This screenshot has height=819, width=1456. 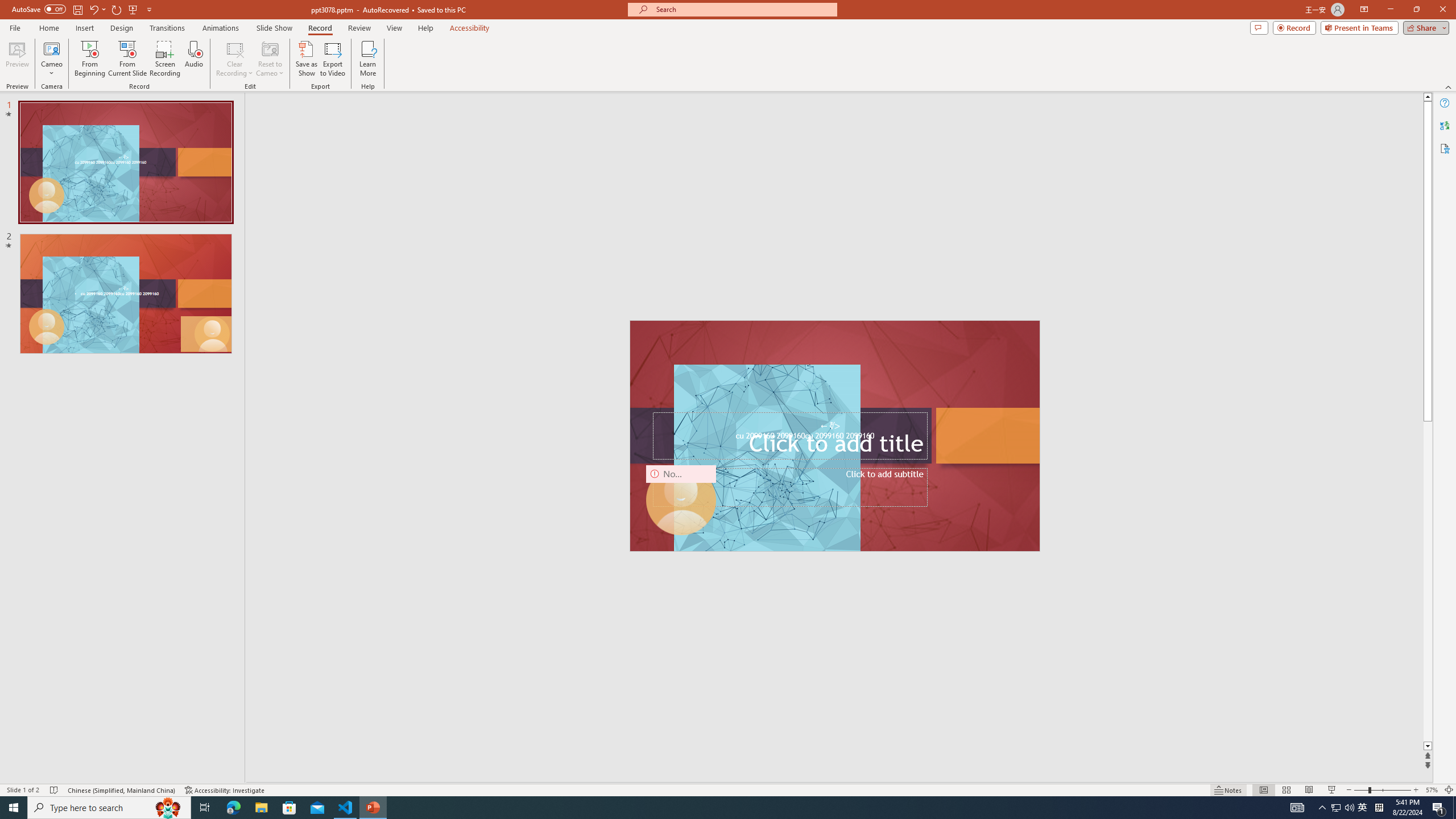 What do you see at coordinates (789, 435) in the screenshot?
I see `'Title TextBox'` at bounding box center [789, 435].